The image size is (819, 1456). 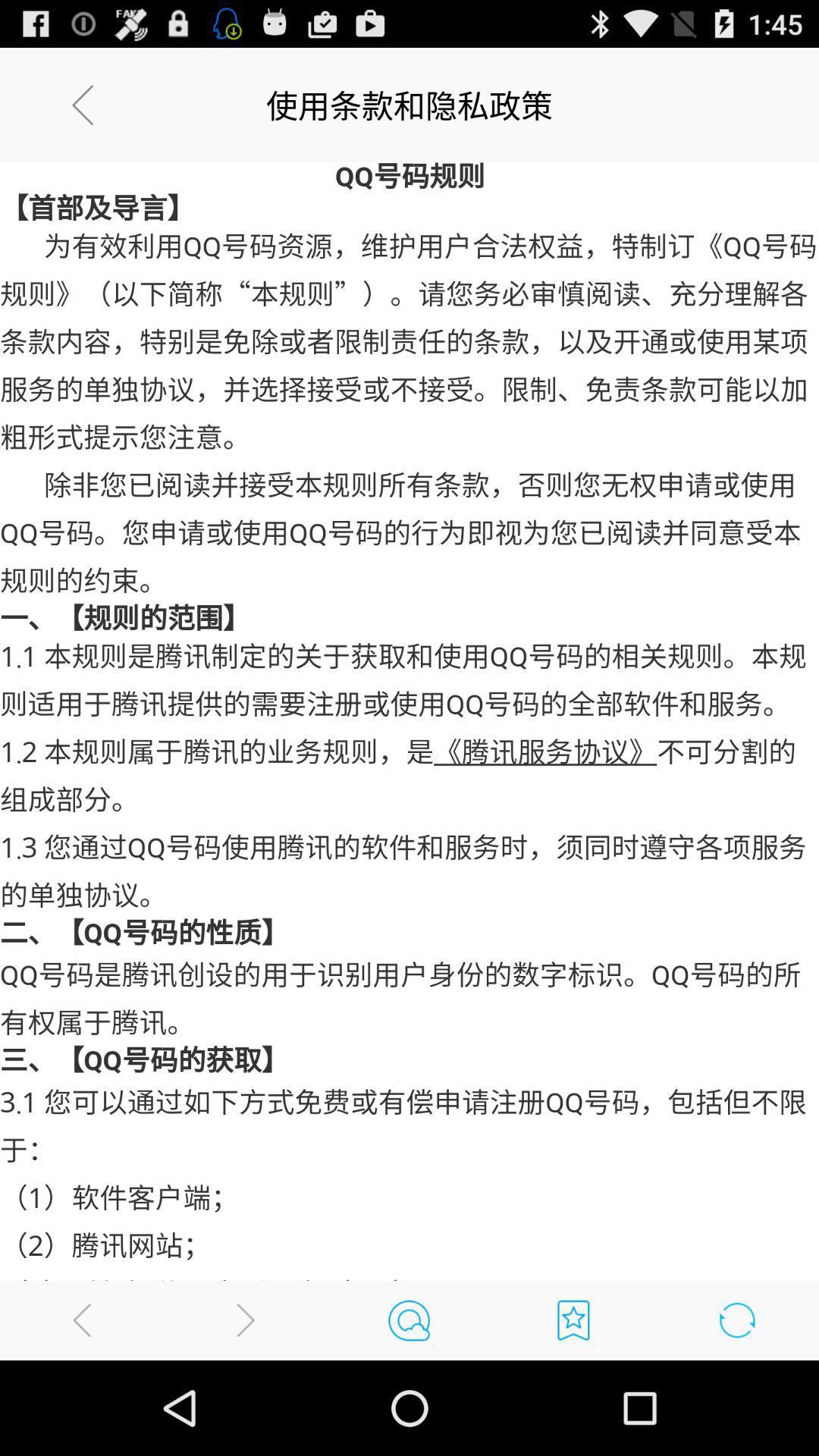 I want to click on the arrow_forward icon, so click(x=245, y=1412).